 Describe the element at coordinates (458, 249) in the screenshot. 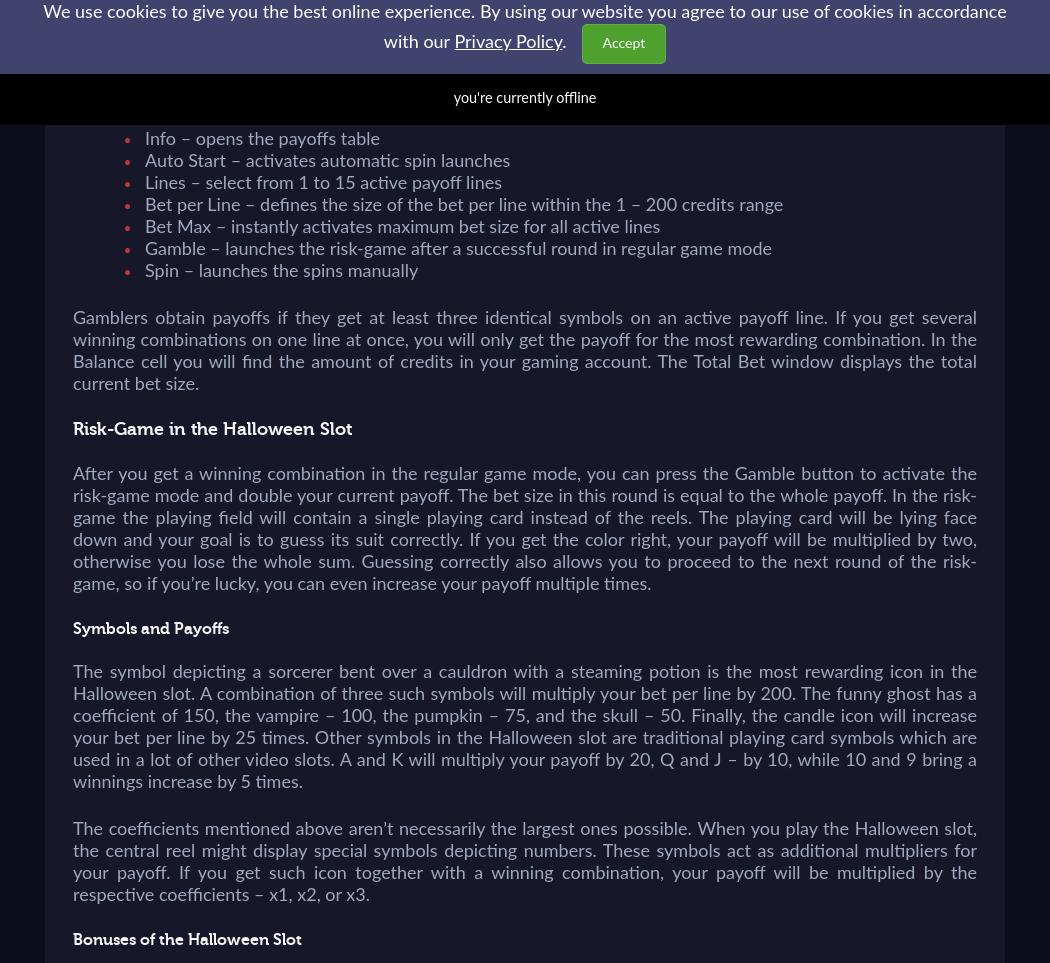

I see `'Gamble – launches the risk-game after a successful round in regular game mode'` at that location.